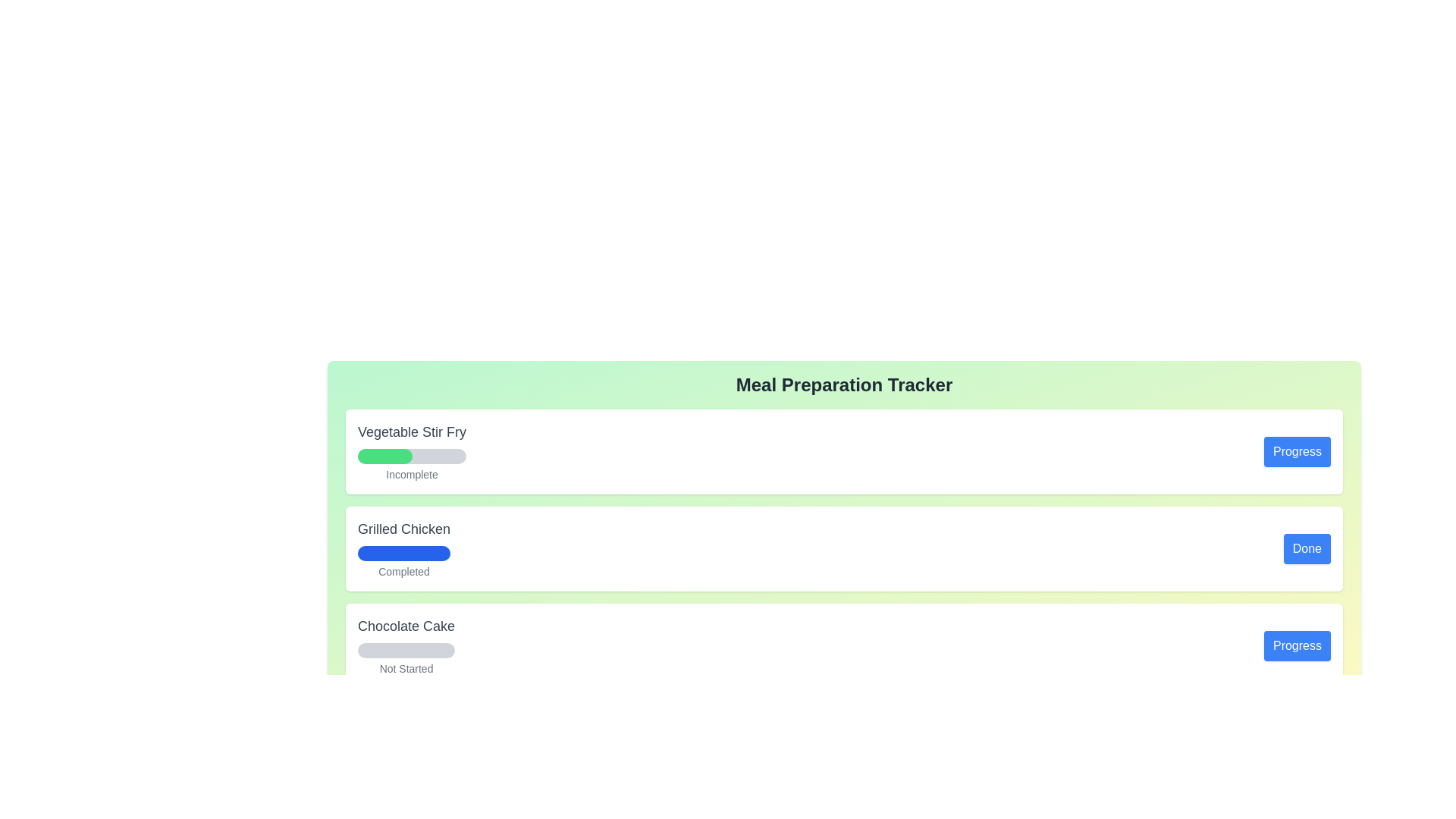 This screenshot has height=819, width=1456. Describe the element at coordinates (406, 668) in the screenshot. I see `the status indicator text label that shows the current progress state ('Not Started') for the task related to 'Chocolate Cake', positioned at the bottom of the card` at that location.